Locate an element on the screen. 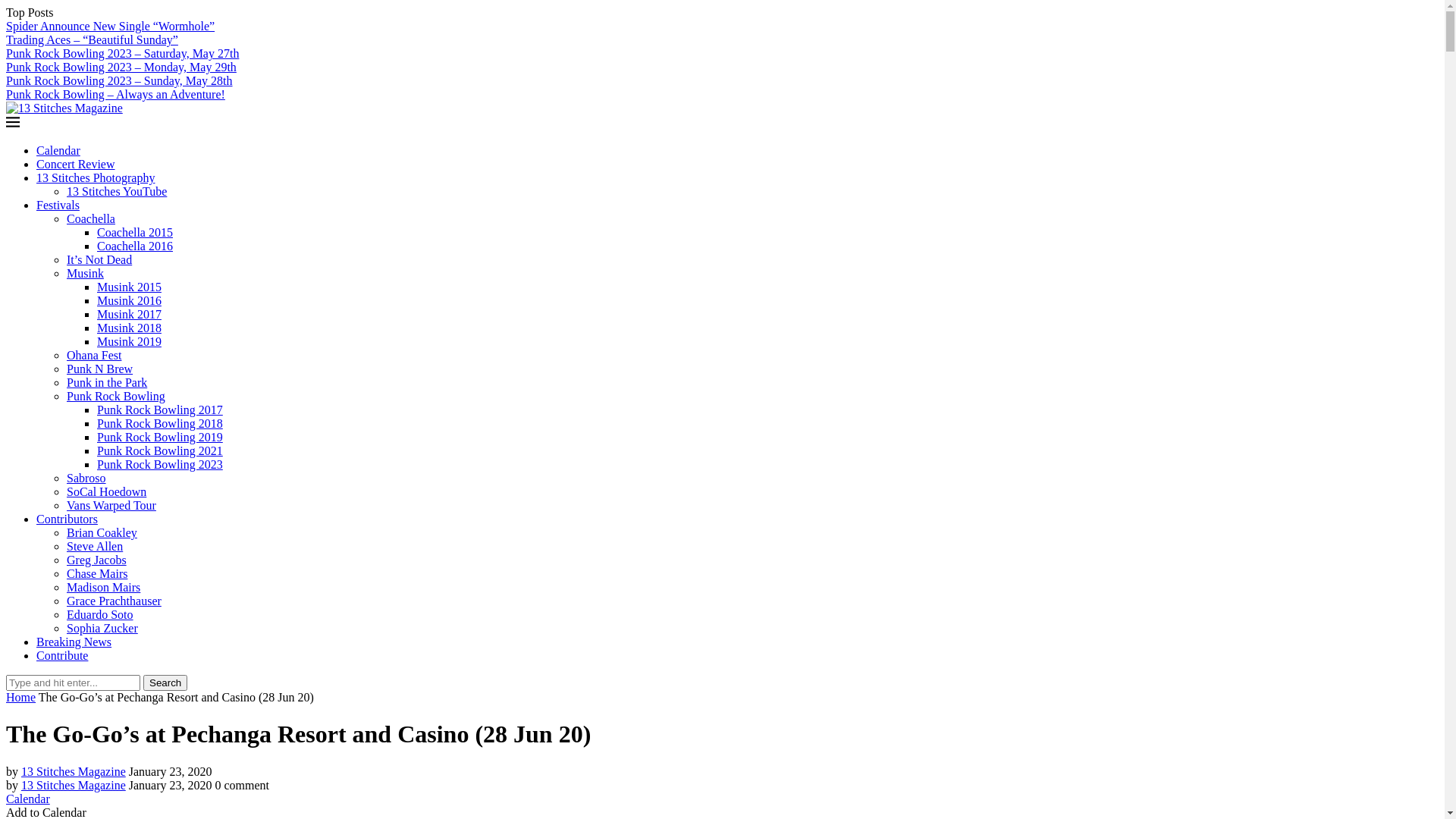 The height and width of the screenshot is (819, 1456). 'Search' is located at coordinates (165, 682).